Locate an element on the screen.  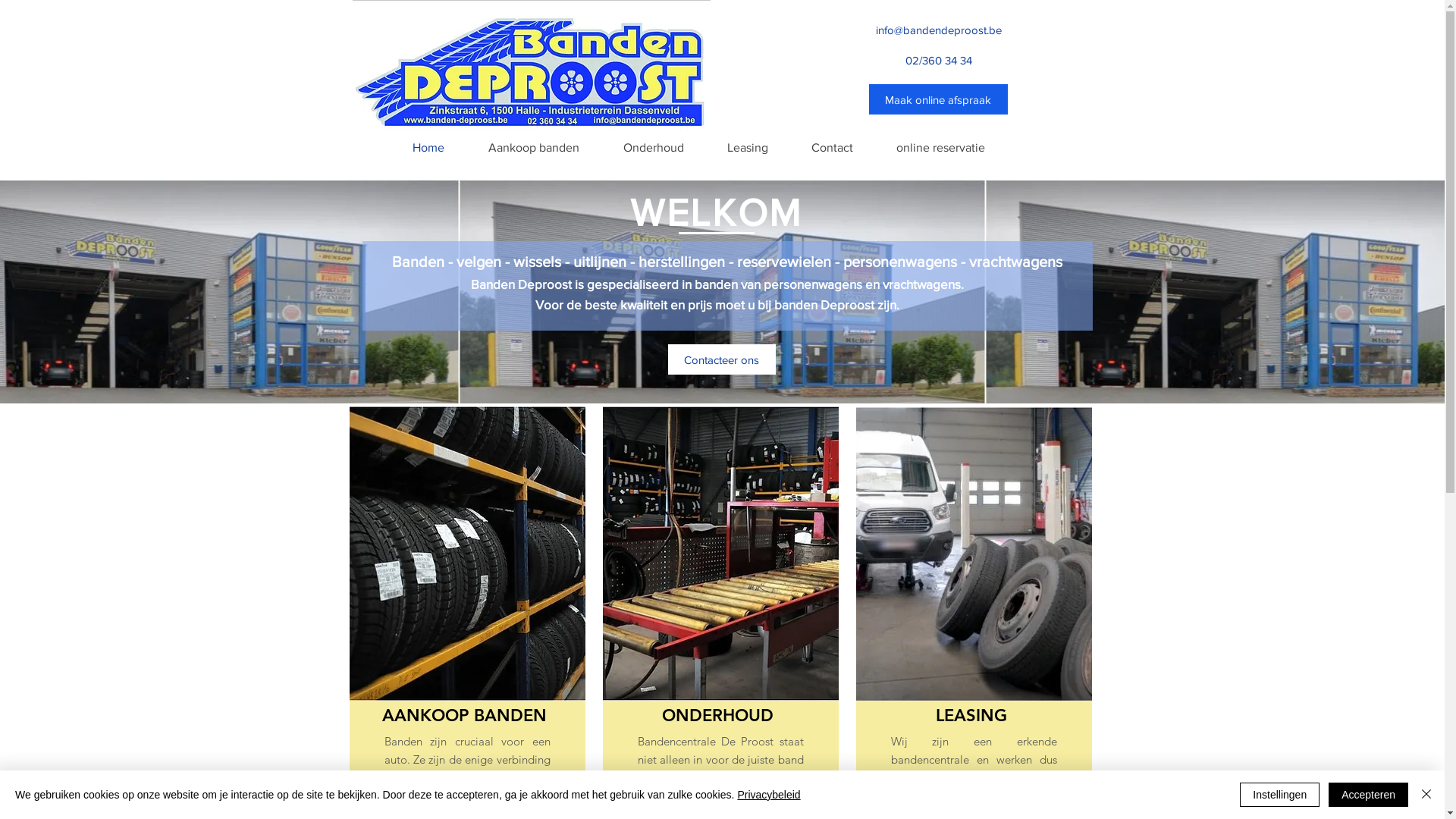
'02/360 34 34' is located at coordinates (938, 58).